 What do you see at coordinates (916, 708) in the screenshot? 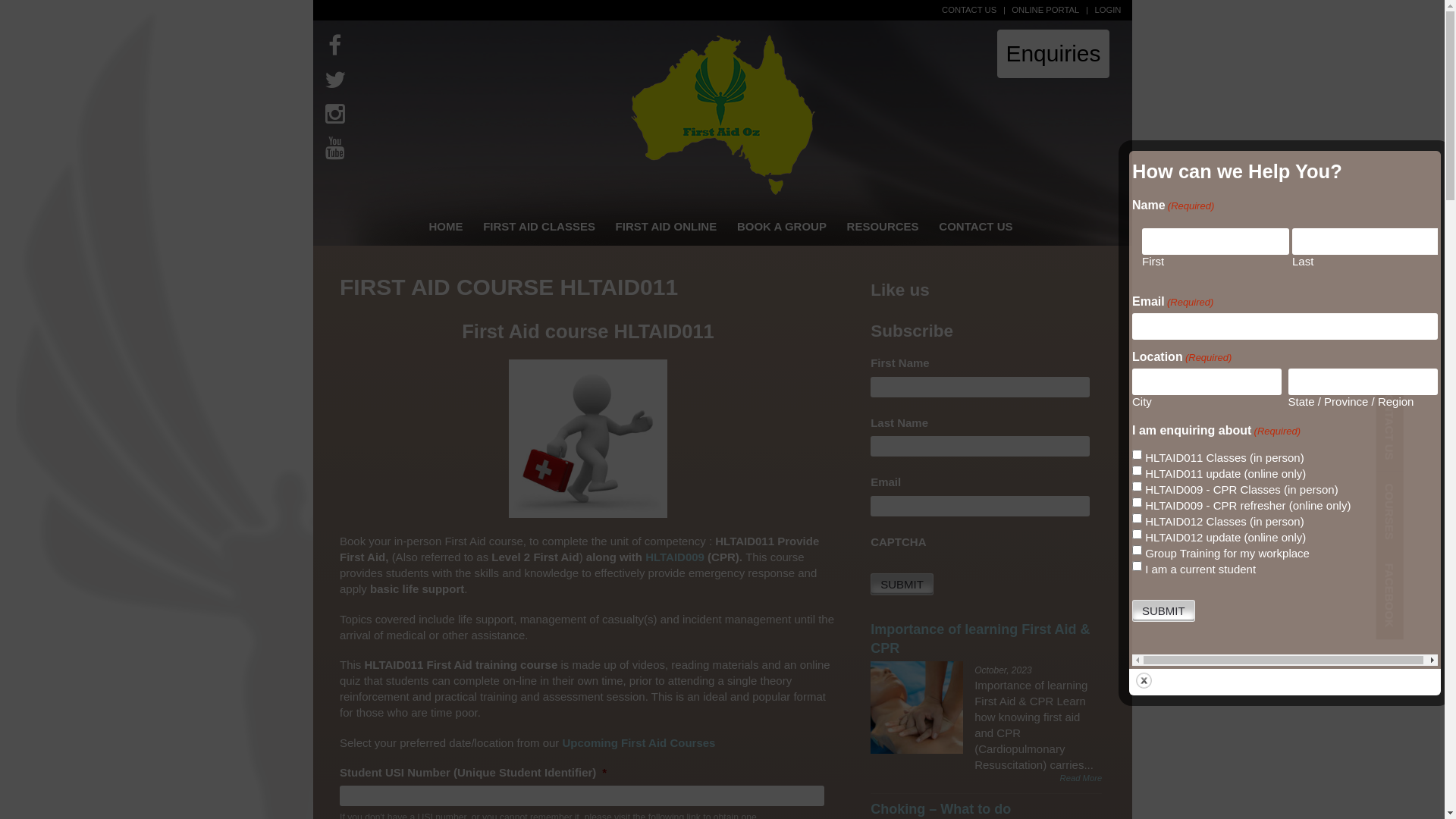
I see `'Importance of learning First Aid & CPR'` at bounding box center [916, 708].